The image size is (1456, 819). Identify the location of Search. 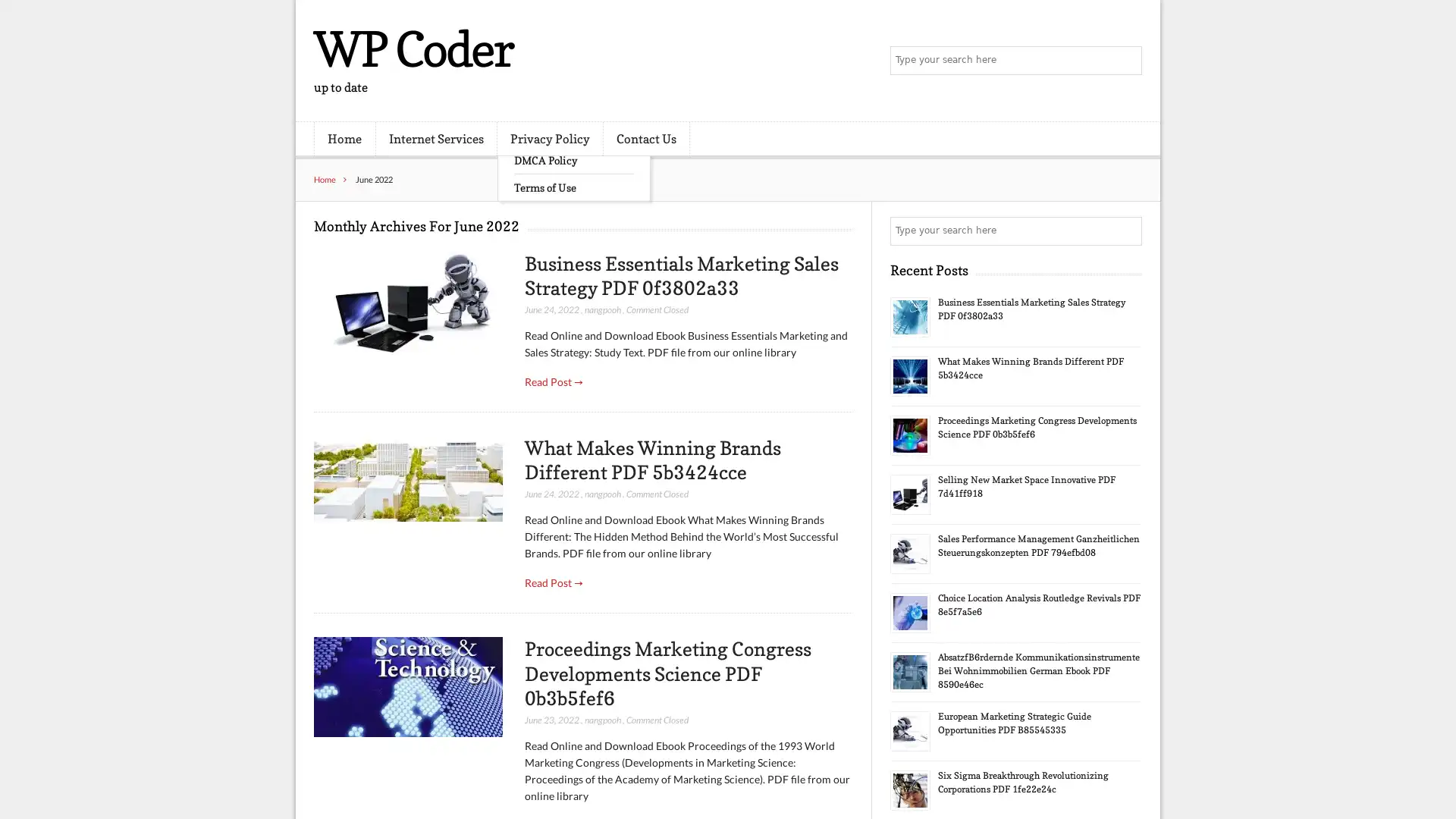
(1126, 231).